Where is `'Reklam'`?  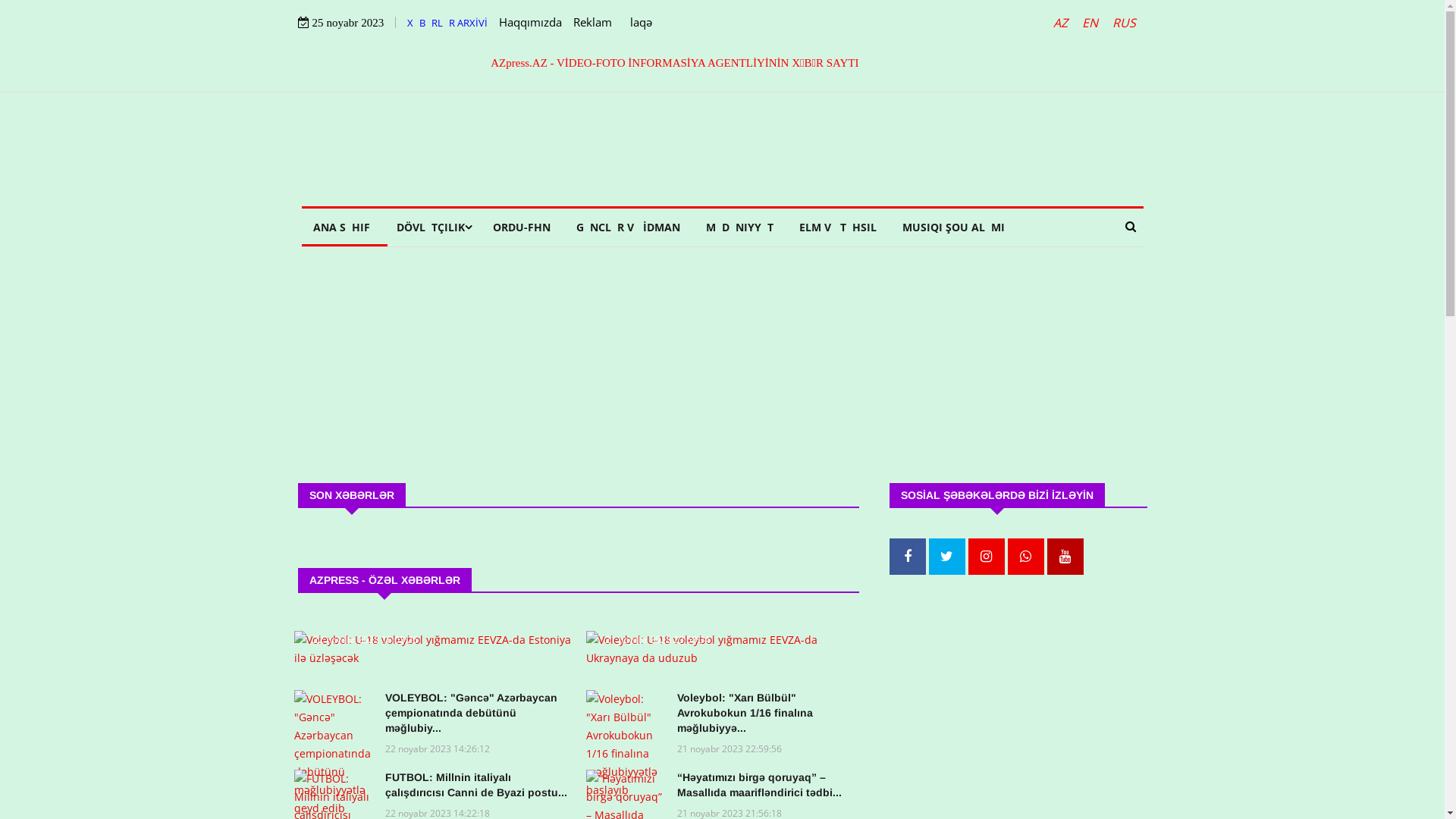
'Reklam' is located at coordinates (591, 22).